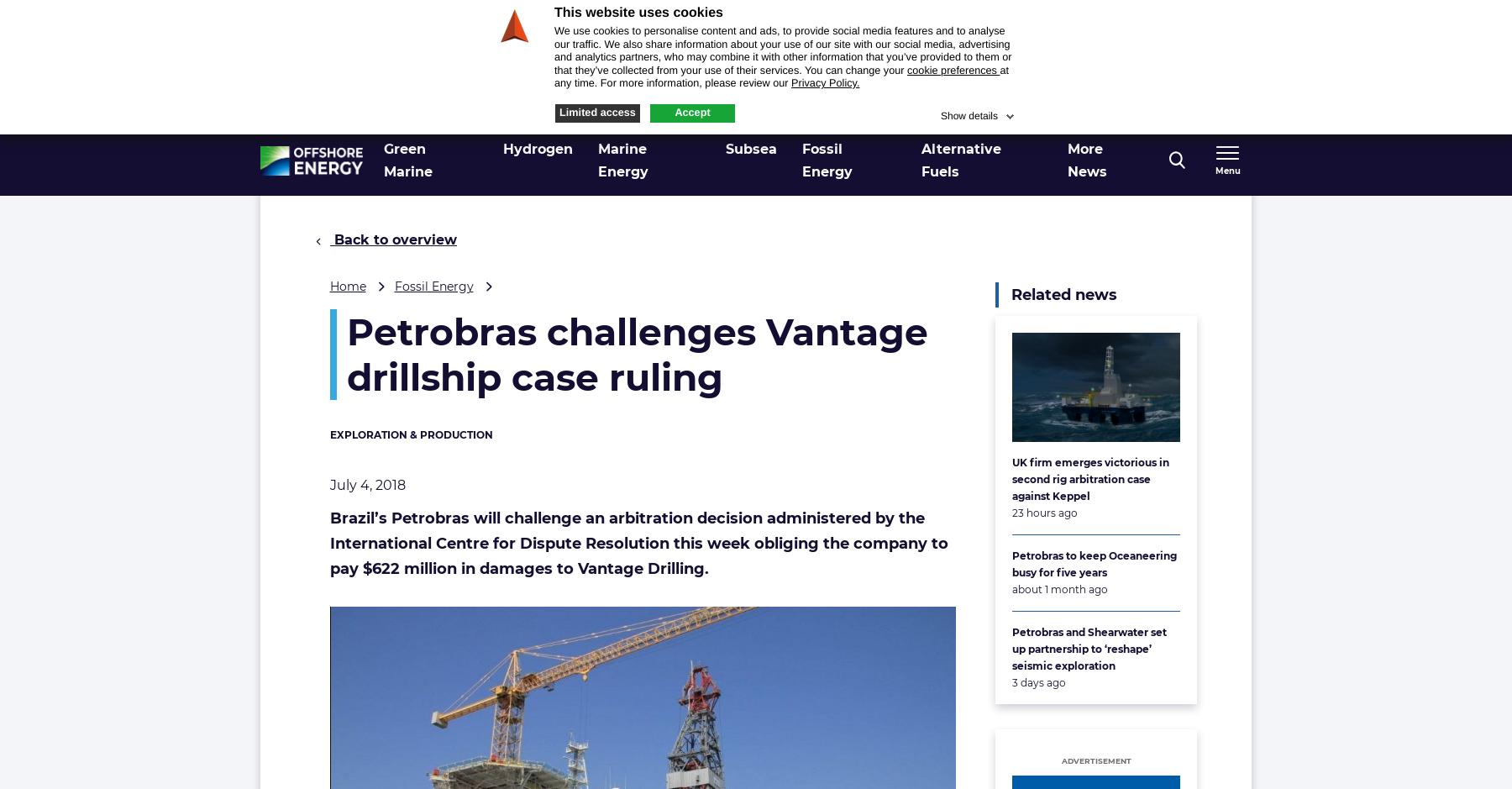 This screenshot has width=1512, height=789. Describe the element at coordinates (1064, 293) in the screenshot. I see `'Related news'` at that location.